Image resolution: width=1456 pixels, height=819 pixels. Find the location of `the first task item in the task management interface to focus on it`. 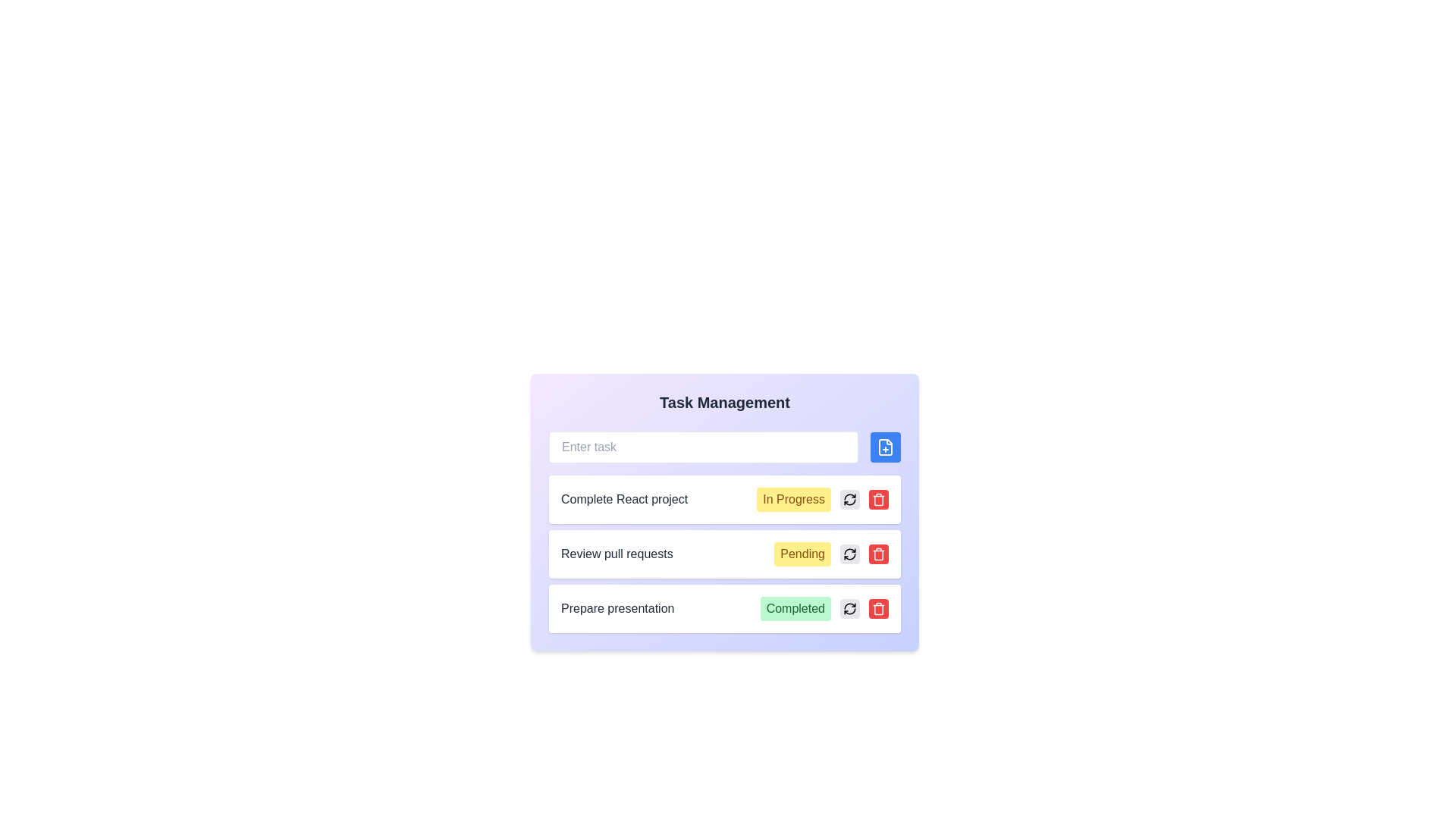

the first task item in the task management interface to focus on it is located at coordinates (723, 500).